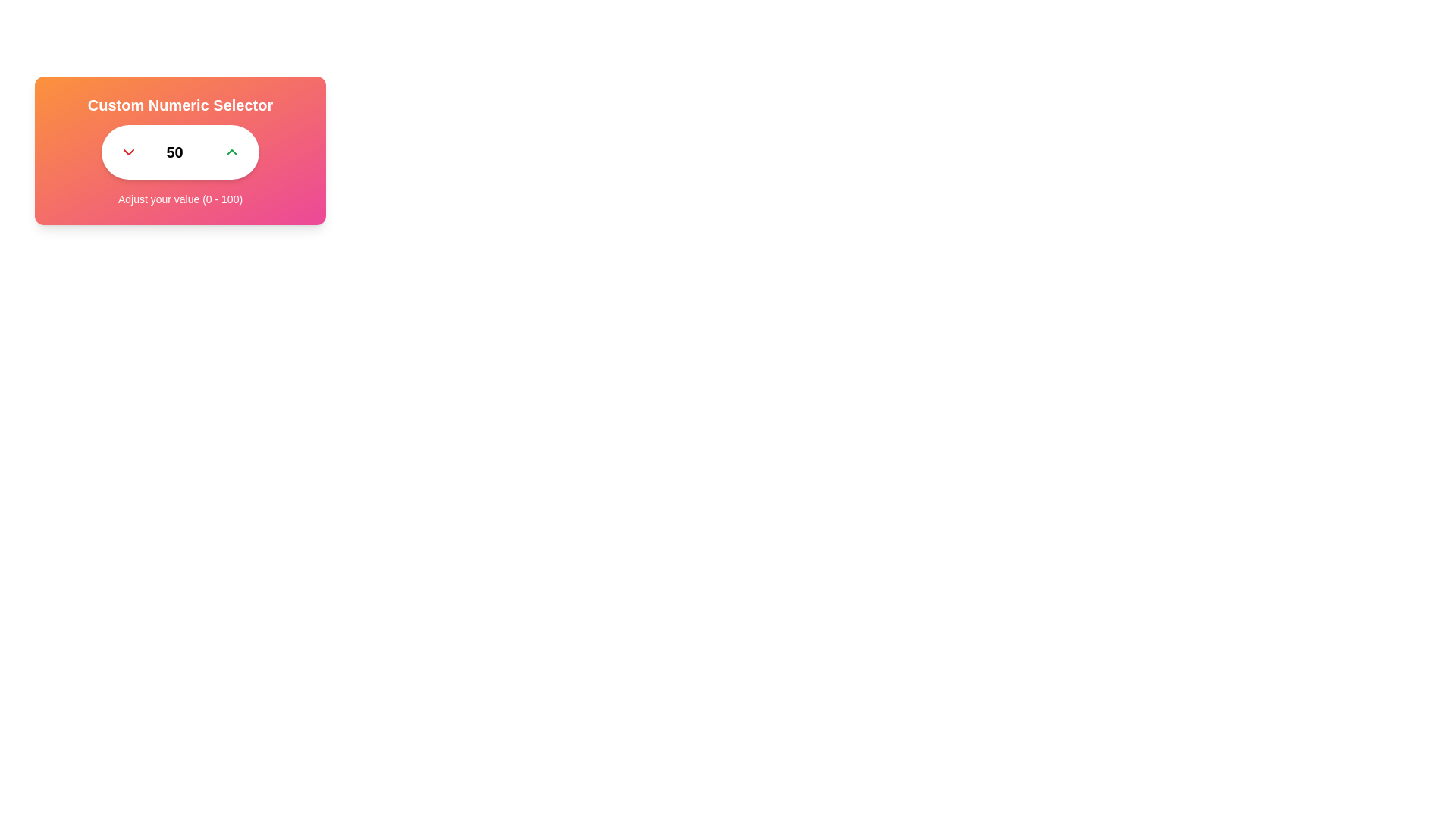 Image resolution: width=1456 pixels, height=819 pixels. Describe the element at coordinates (128, 152) in the screenshot. I see `the red downward arrow icon button located to the left of the numeric input field to decrease the value` at that location.